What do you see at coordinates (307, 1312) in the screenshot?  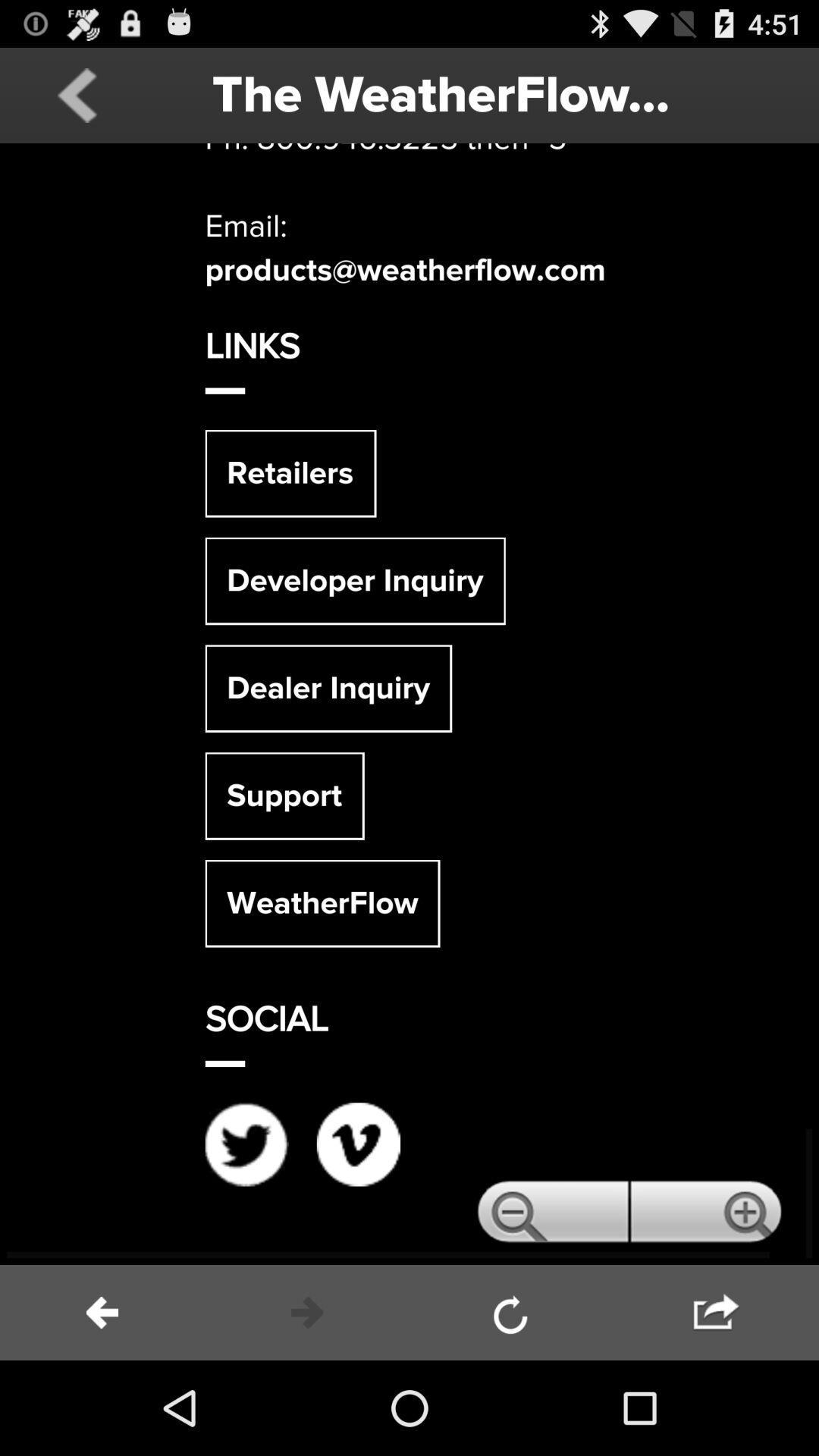 I see `advance forward` at bounding box center [307, 1312].